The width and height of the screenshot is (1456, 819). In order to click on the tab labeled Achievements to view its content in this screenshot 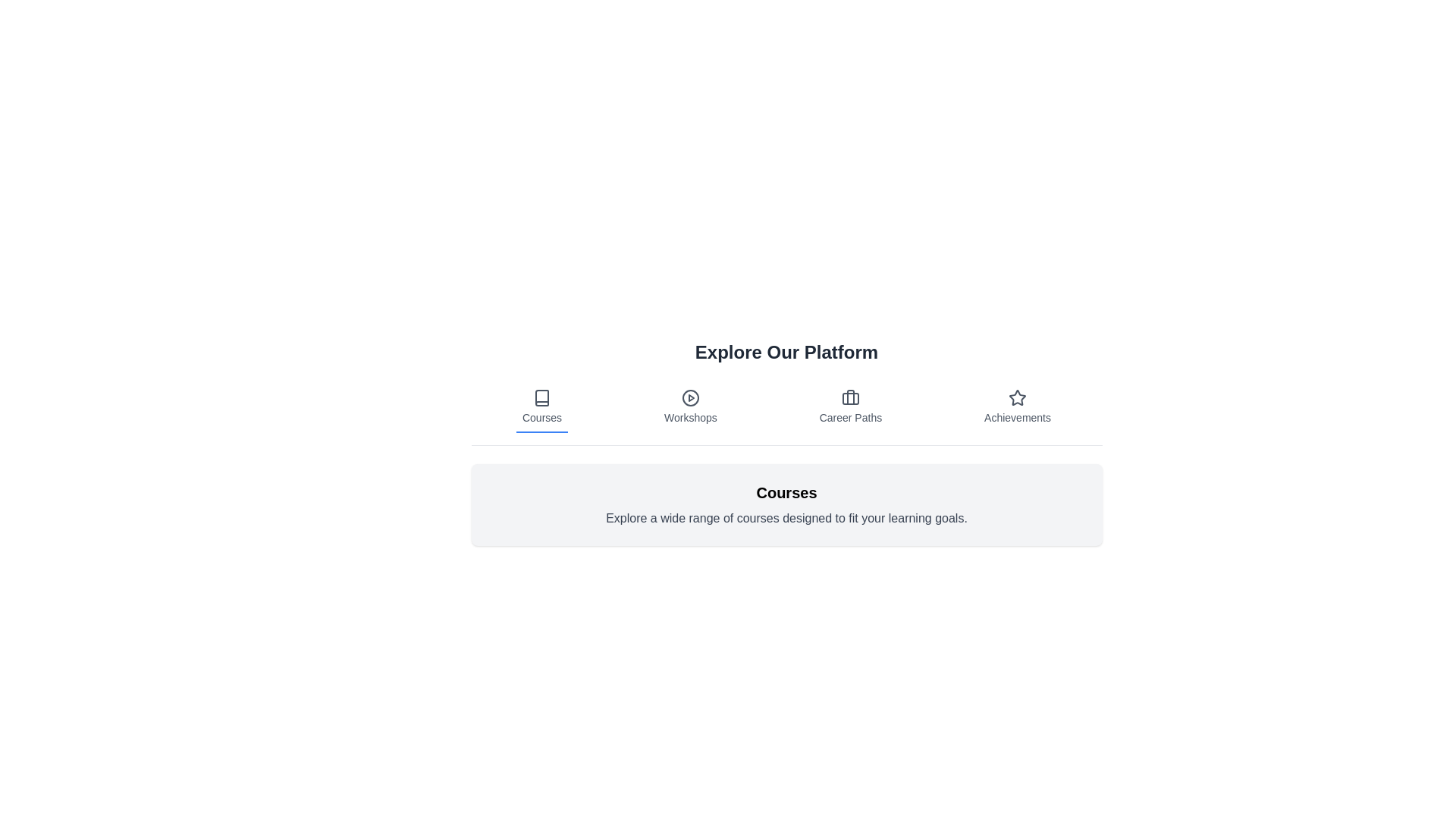, I will do `click(1018, 406)`.